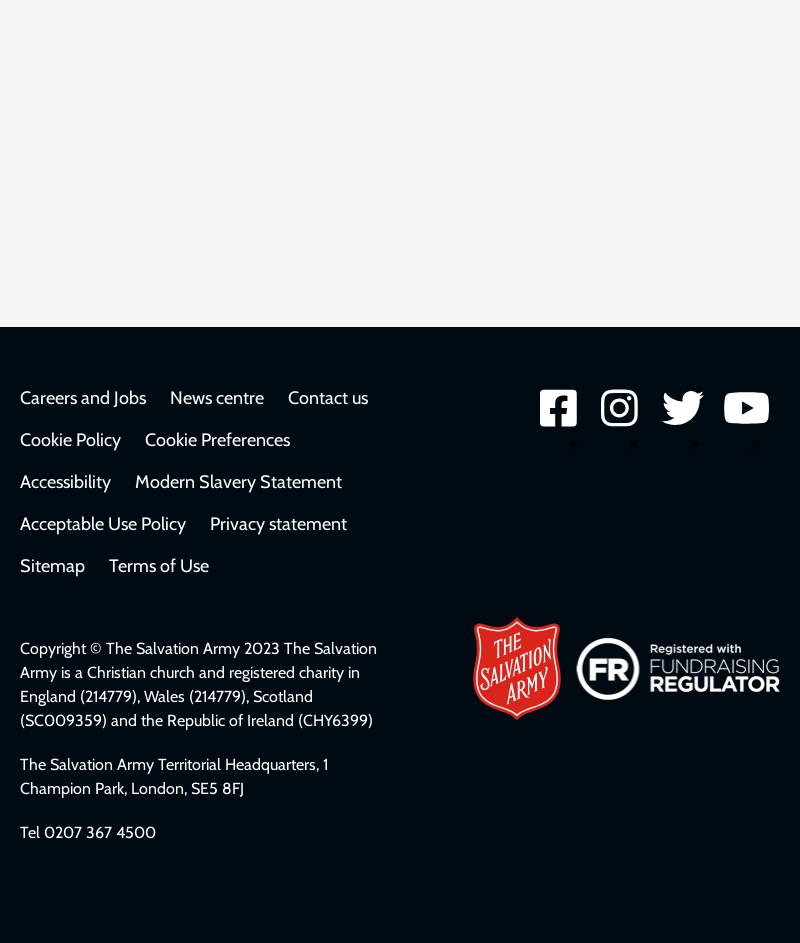 The width and height of the screenshot is (800, 943). Describe the element at coordinates (70, 440) in the screenshot. I see `'Cookie Policy'` at that location.